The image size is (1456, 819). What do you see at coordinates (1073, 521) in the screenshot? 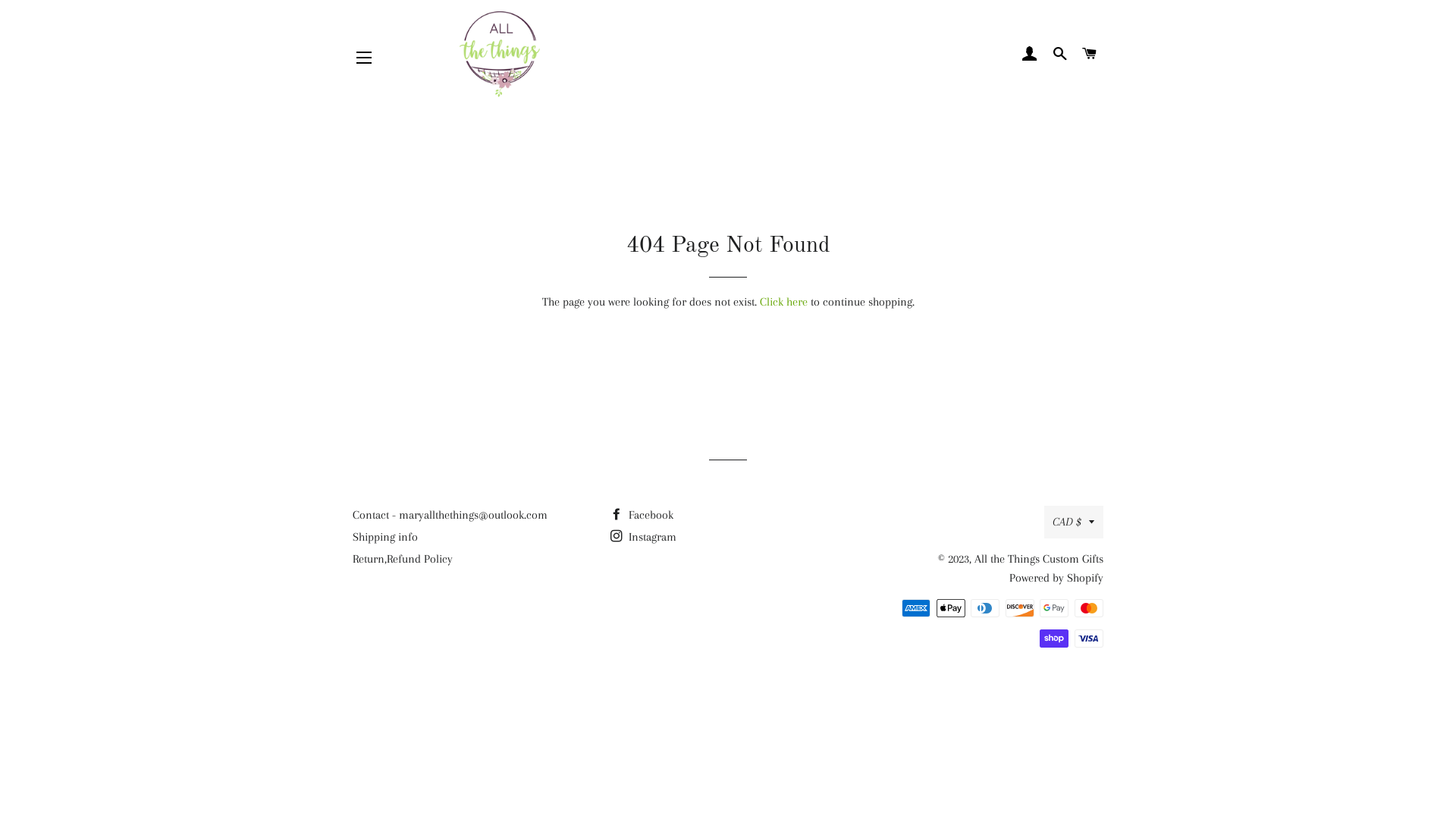
I see `'CAD $'` at bounding box center [1073, 521].